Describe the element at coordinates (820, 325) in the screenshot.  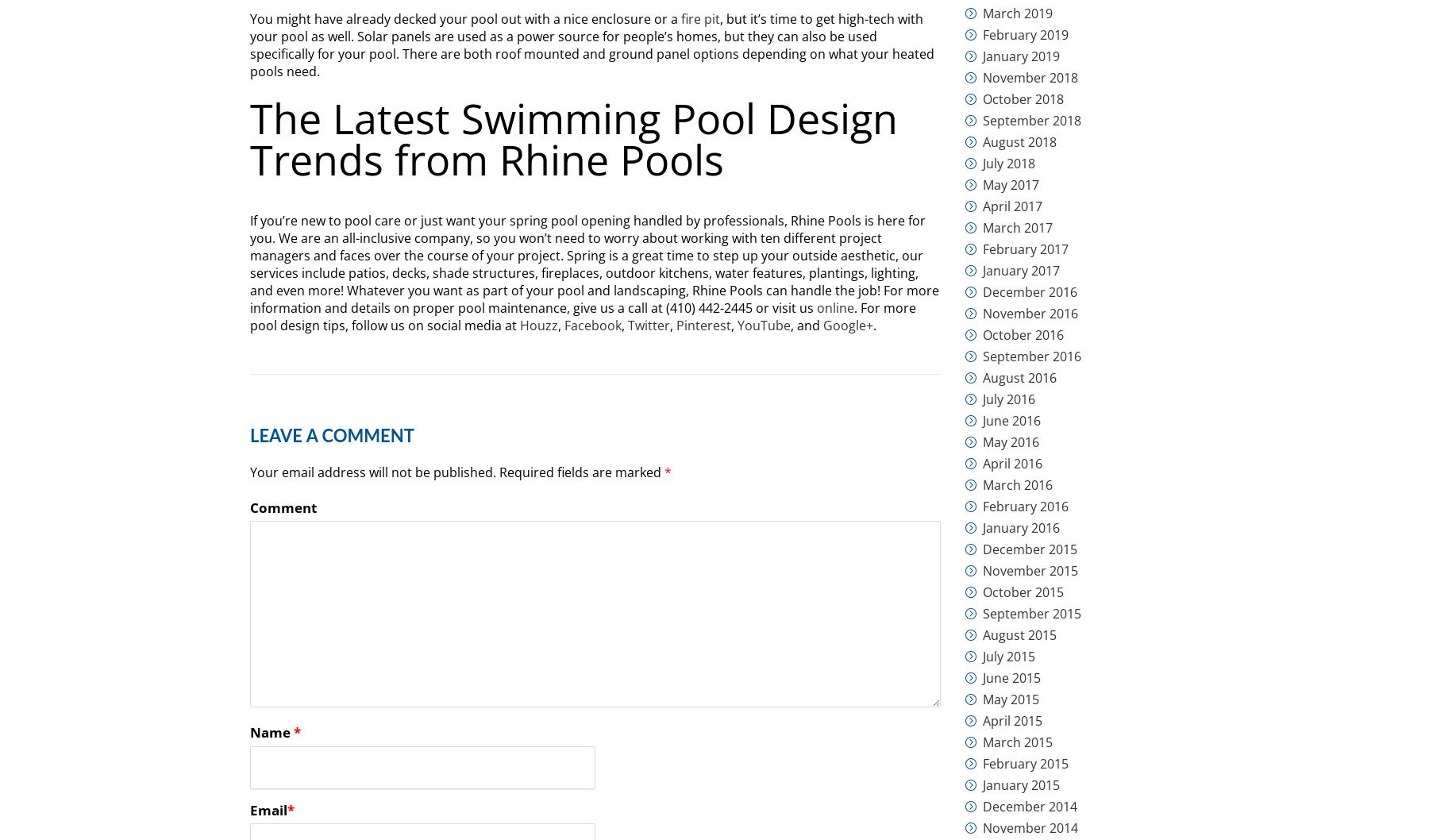
I see `'Google+'` at that location.